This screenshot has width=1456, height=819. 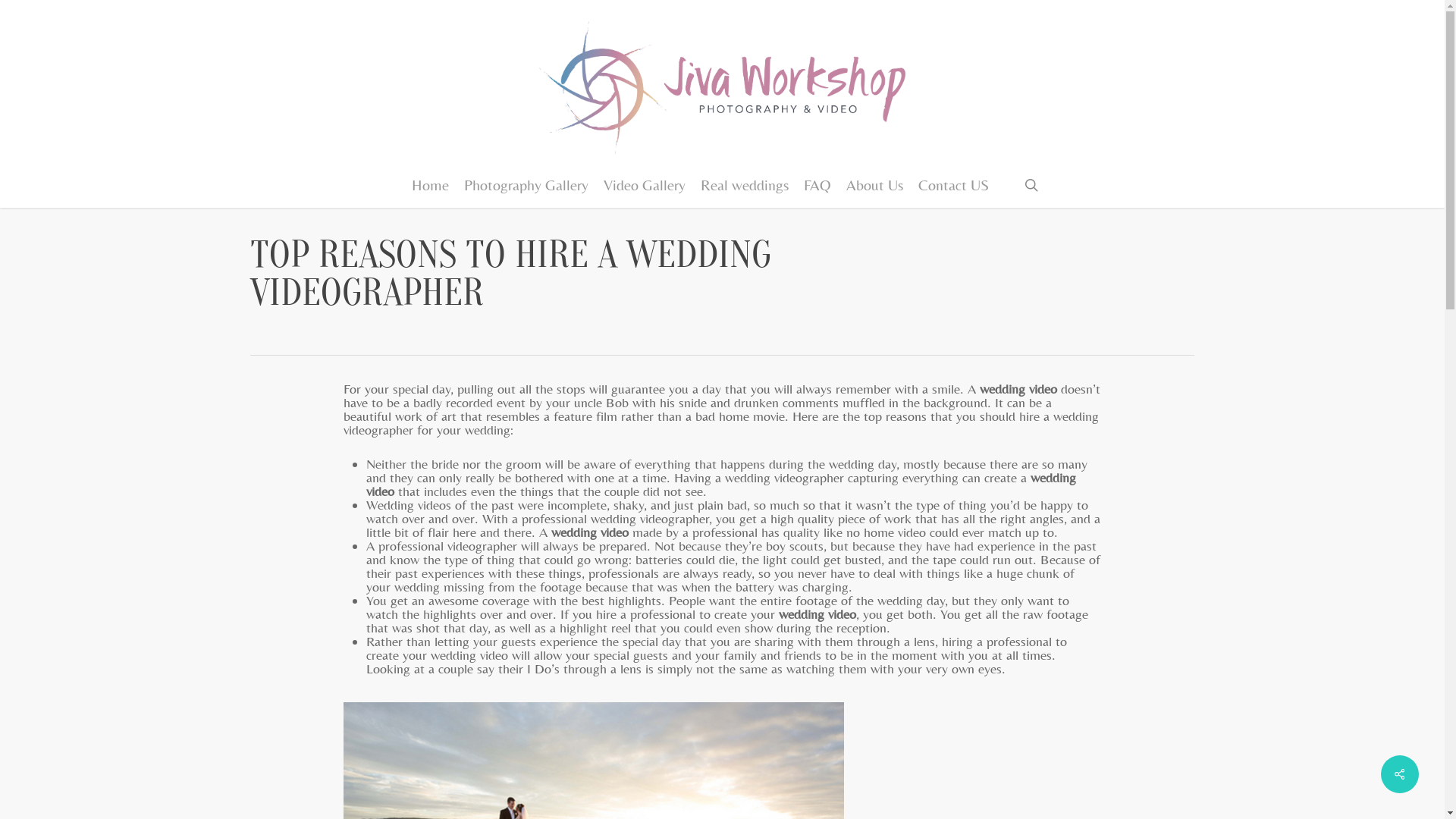 I want to click on 'Photography Gallery', so click(x=526, y=184).